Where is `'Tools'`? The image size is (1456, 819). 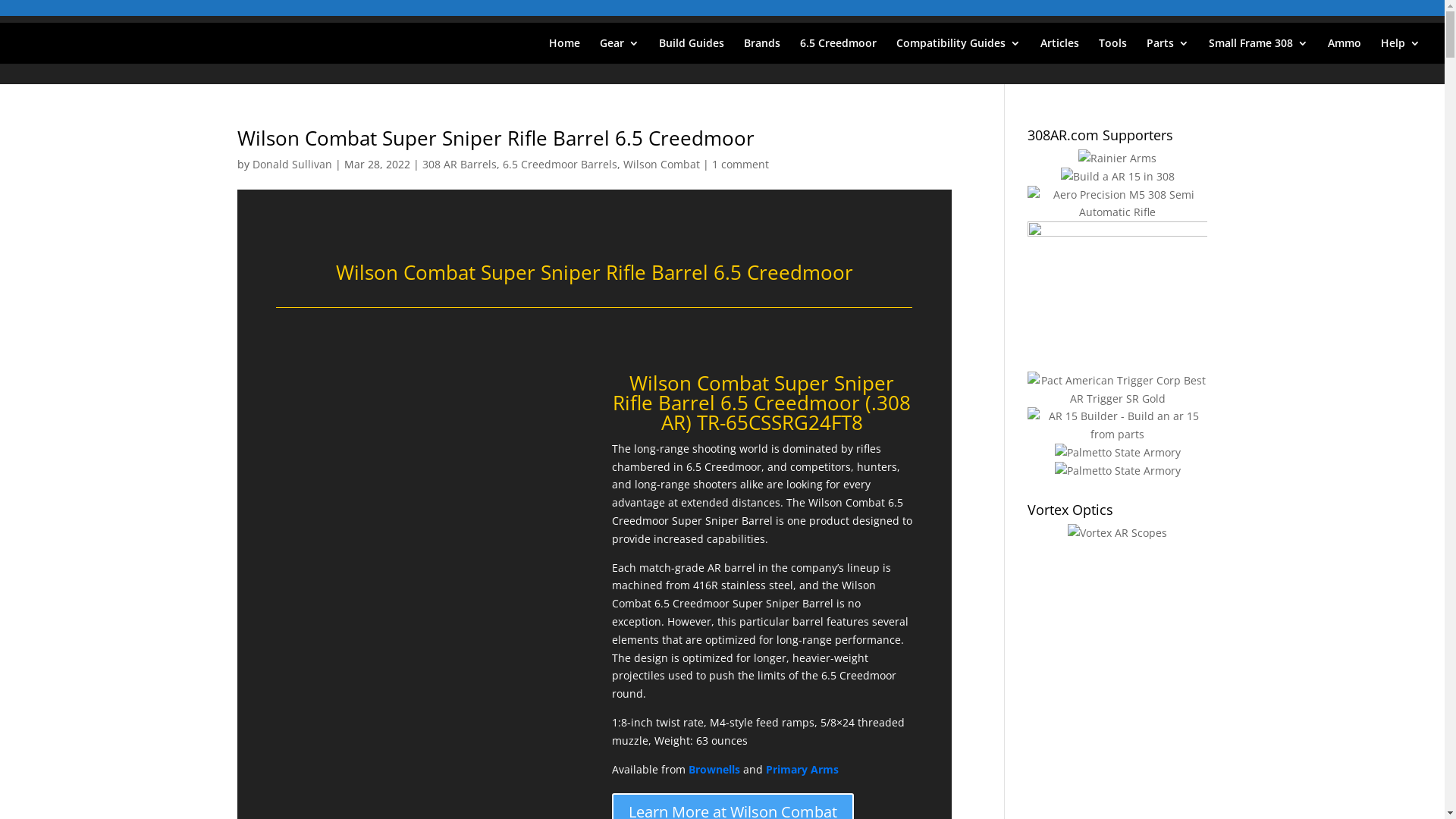 'Tools' is located at coordinates (1112, 49).